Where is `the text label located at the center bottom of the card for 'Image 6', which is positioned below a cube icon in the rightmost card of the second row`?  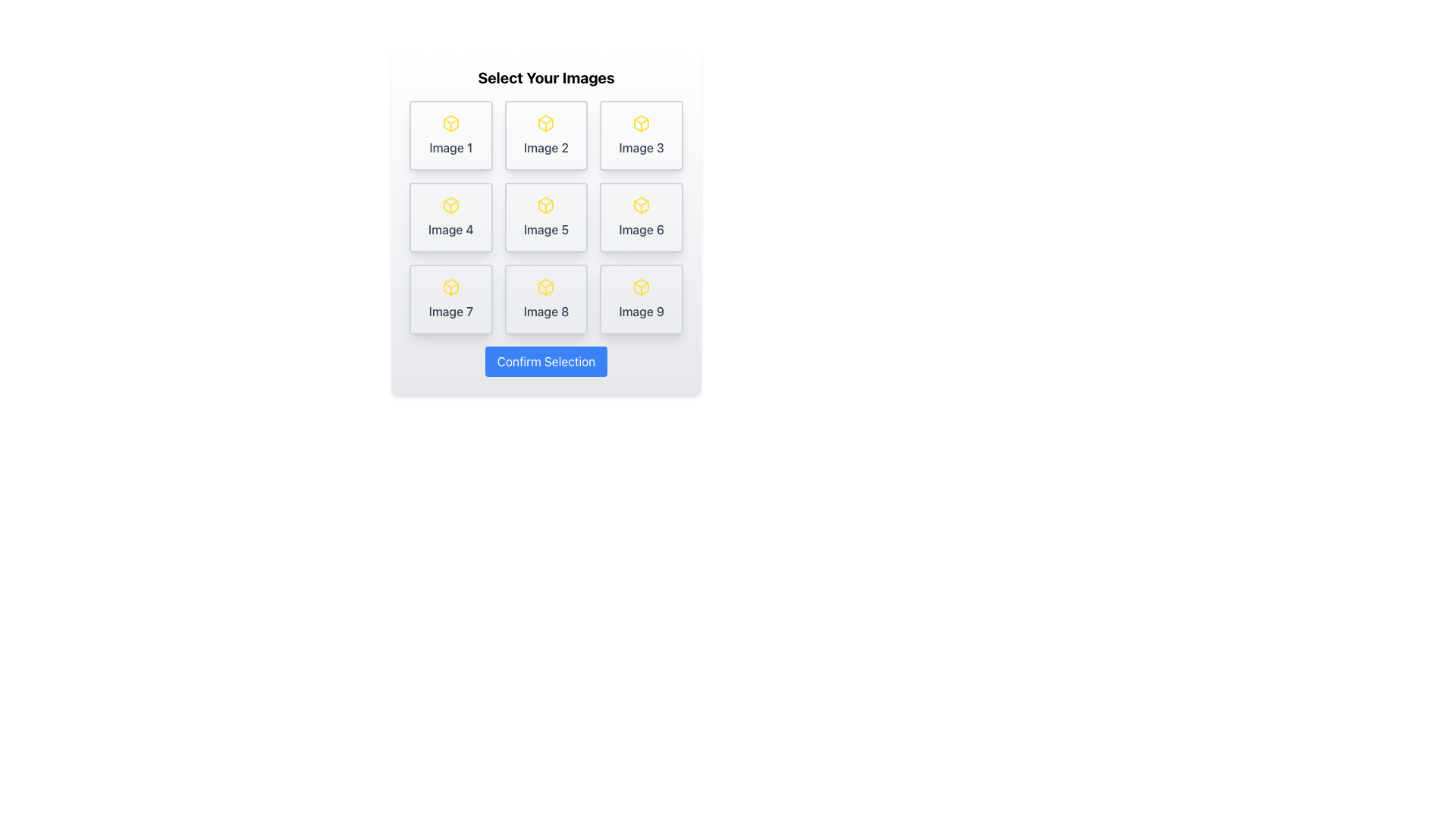
the text label located at the center bottom of the card for 'Image 6', which is positioned below a cube icon in the rightmost card of the second row is located at coordinates (642, 230).